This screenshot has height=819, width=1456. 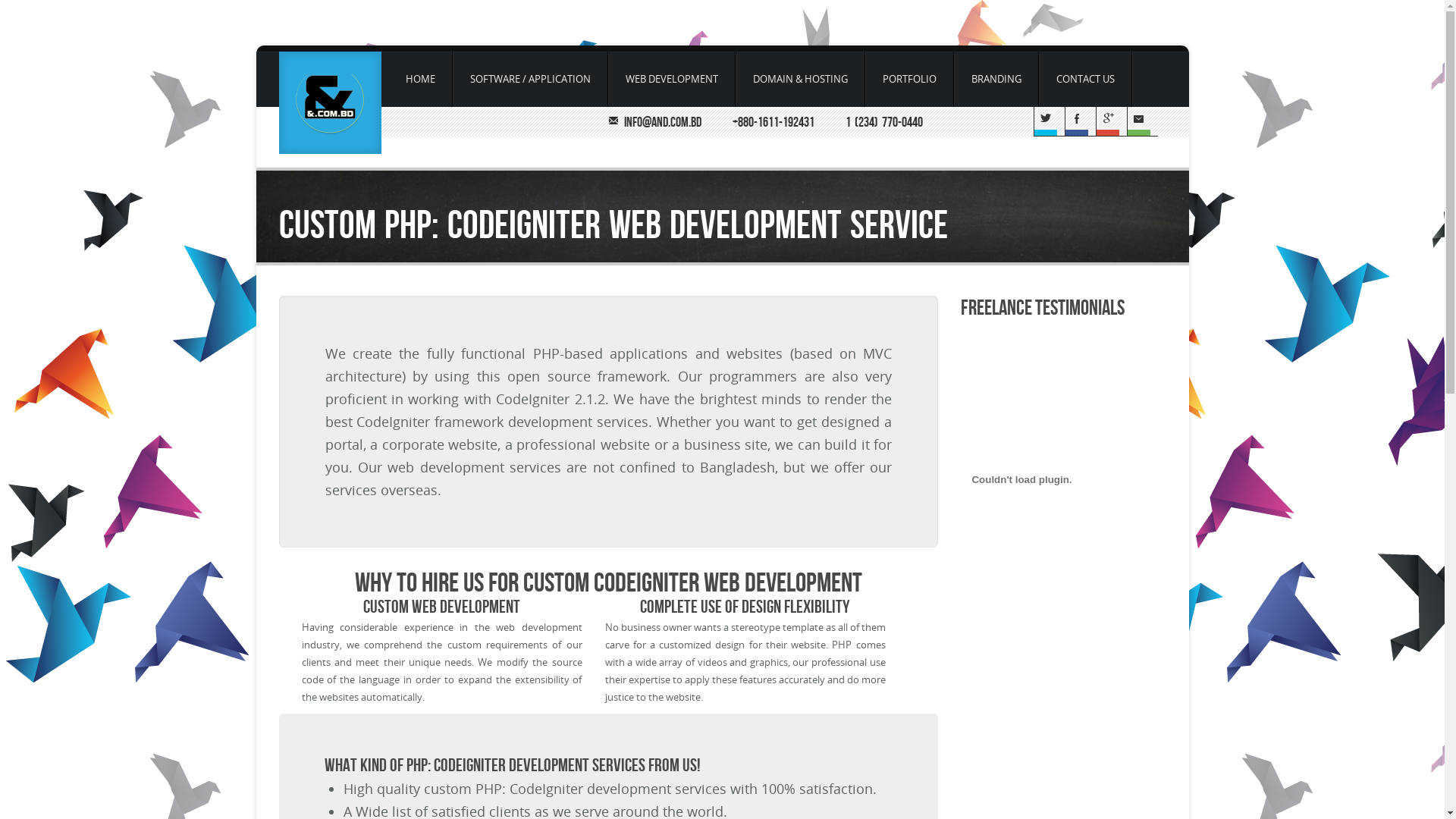 What do you see at coordinates (1048, 121) in the screenshot?
I see `'Twitter'` at bounding box center [1048, 121].